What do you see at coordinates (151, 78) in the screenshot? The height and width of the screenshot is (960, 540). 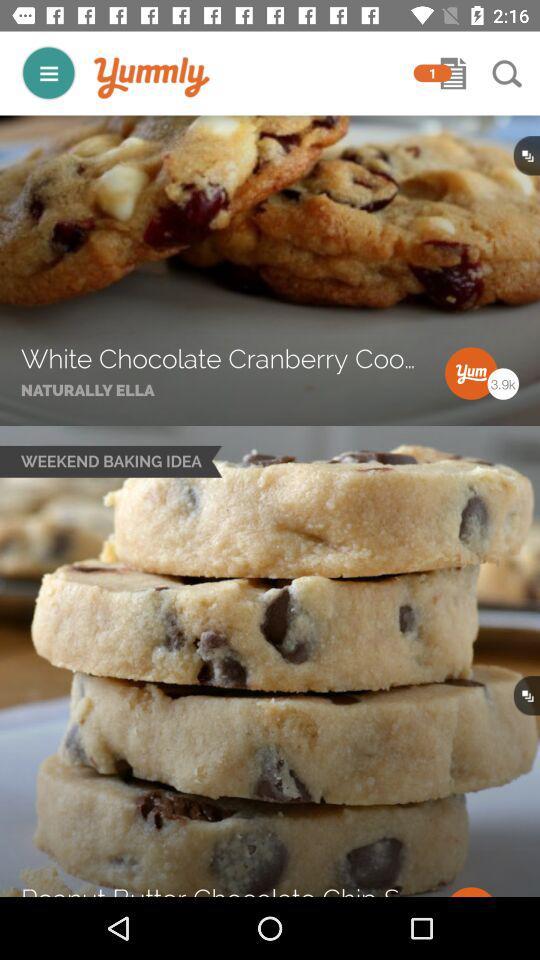 I see `text right right to menu icon` at bounding box center [151, 78].